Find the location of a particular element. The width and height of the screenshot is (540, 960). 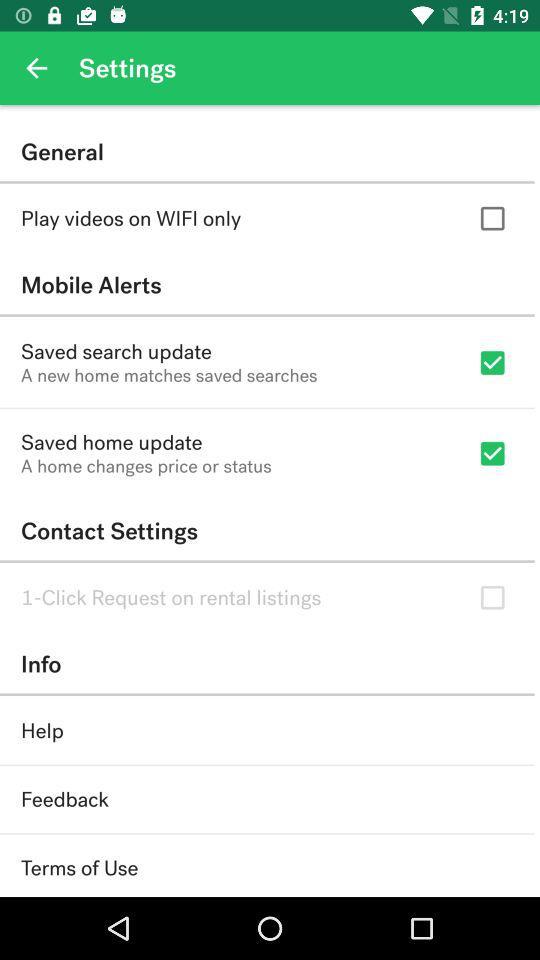

the help item is located at coordinates (42, 730).